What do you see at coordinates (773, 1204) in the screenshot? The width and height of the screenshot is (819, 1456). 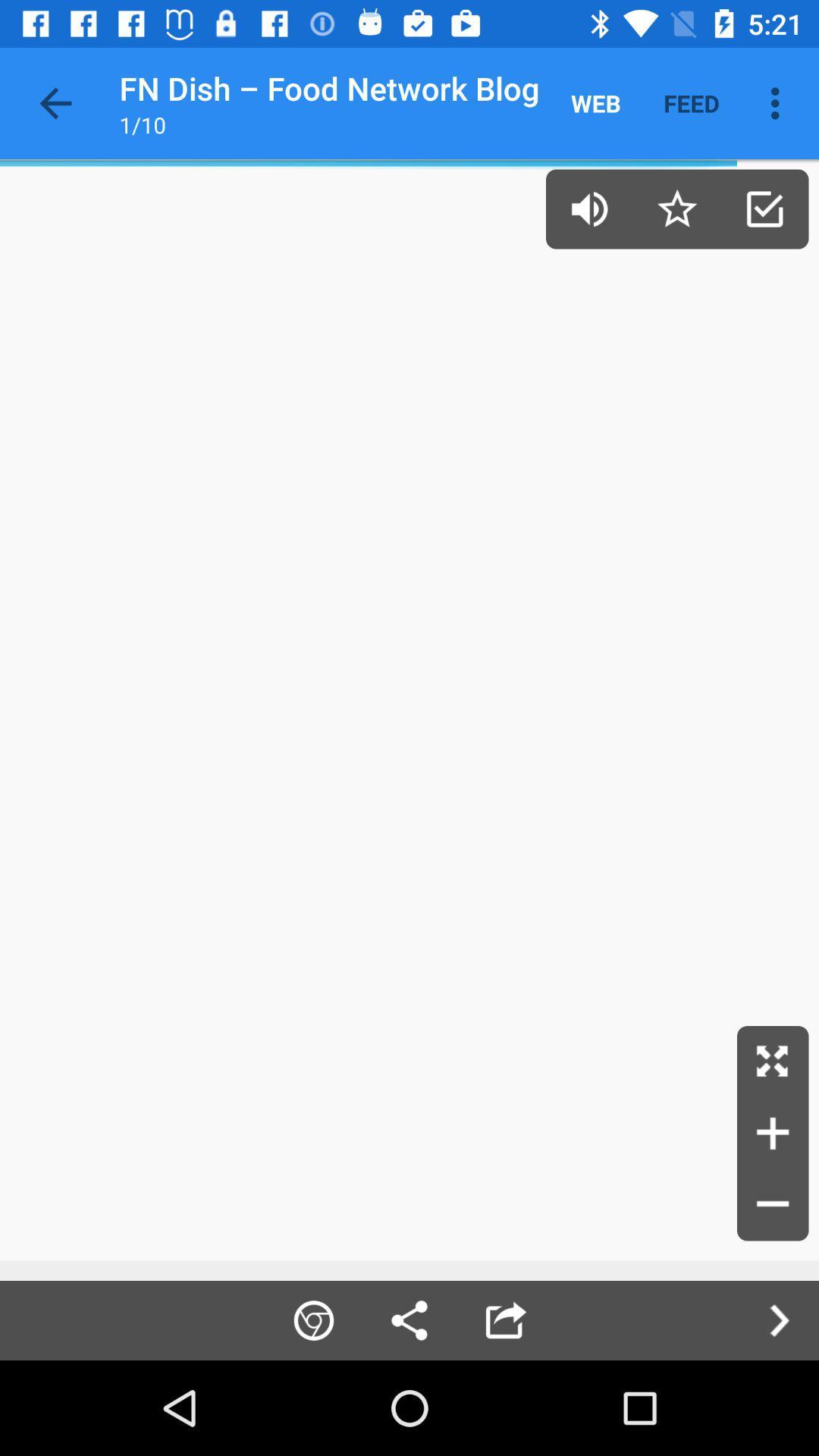 I see `zoom out` at bounding box center [773, 1204].